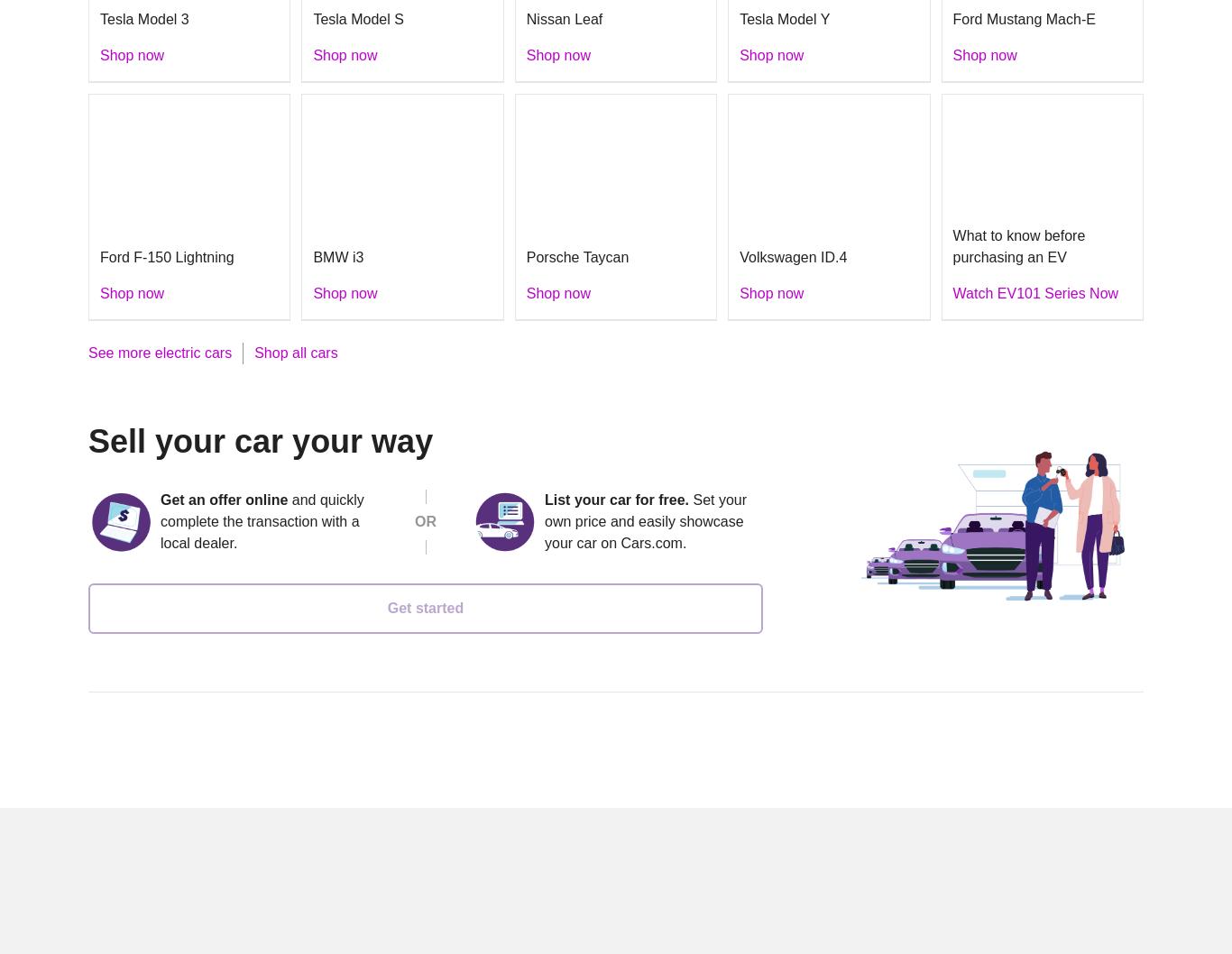 The width and height of the screenshot is (1232, 954). I want to click on 'Shop all cars', so click(253, 352).